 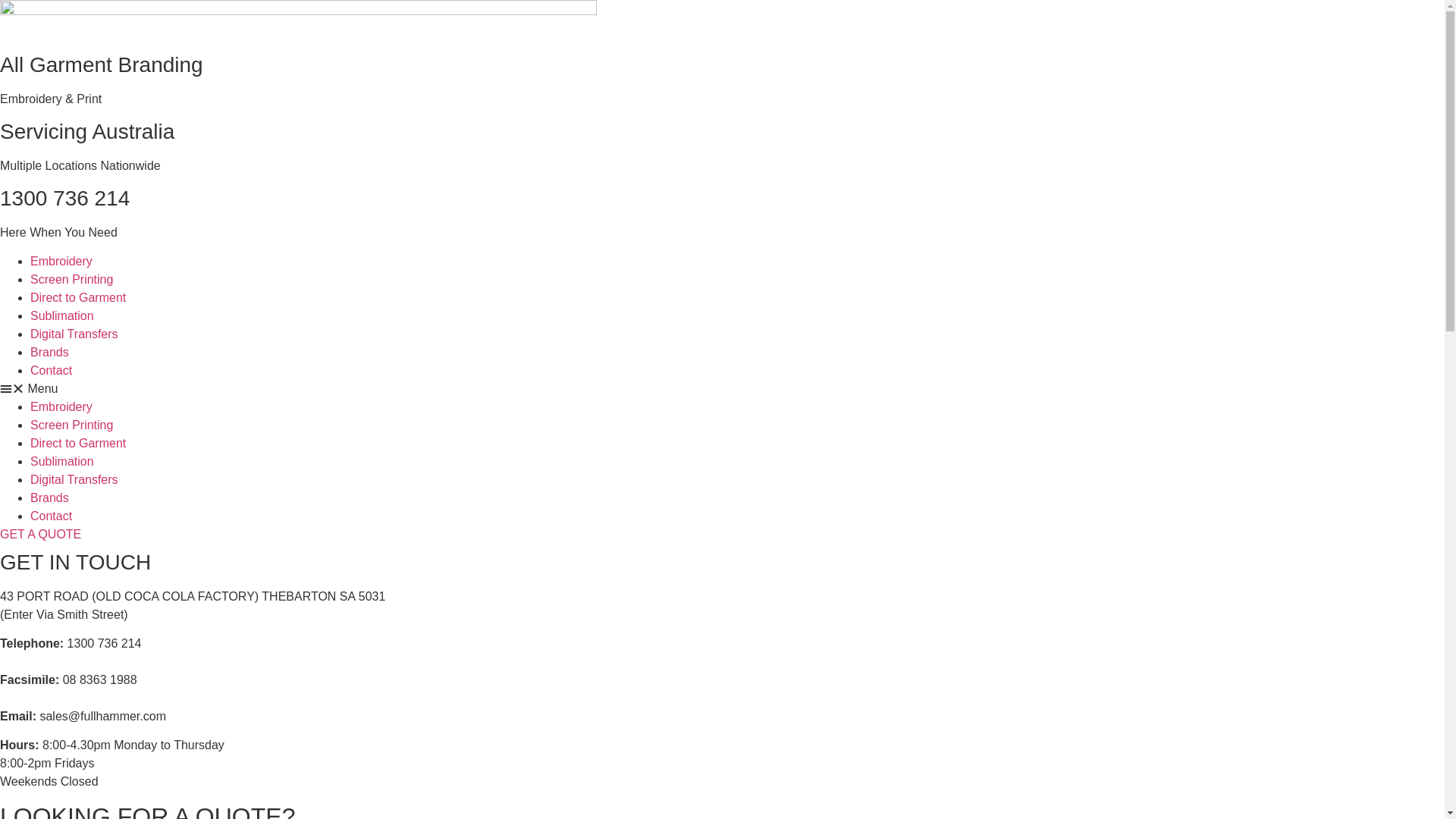 I want to click on 'Contact', so click(x=30, y=370).